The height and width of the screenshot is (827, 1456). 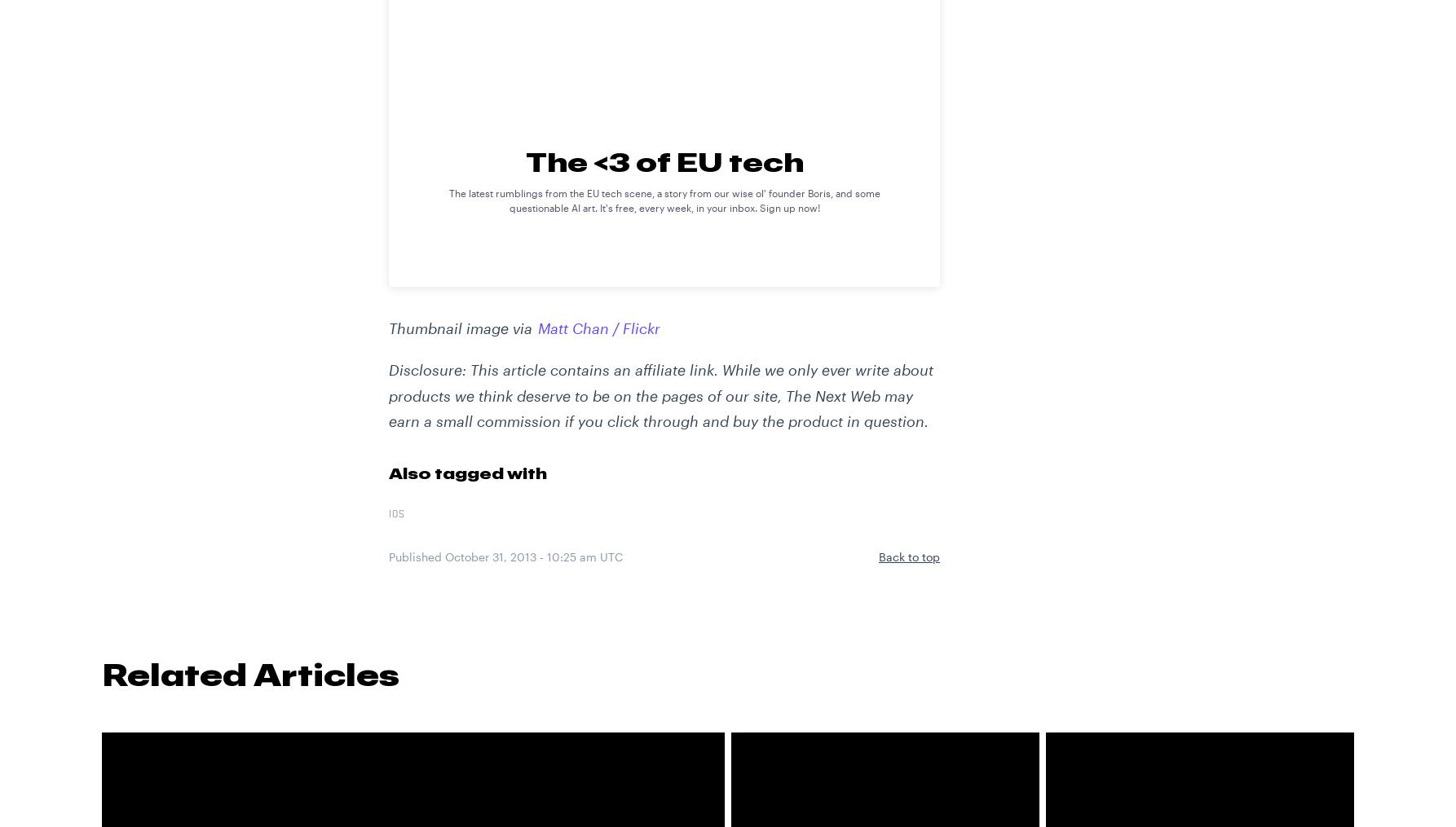 What do you see at coordinates (878, 556) in the screenshot?
I see `'Back to top'` at bounding box center [878, 556].